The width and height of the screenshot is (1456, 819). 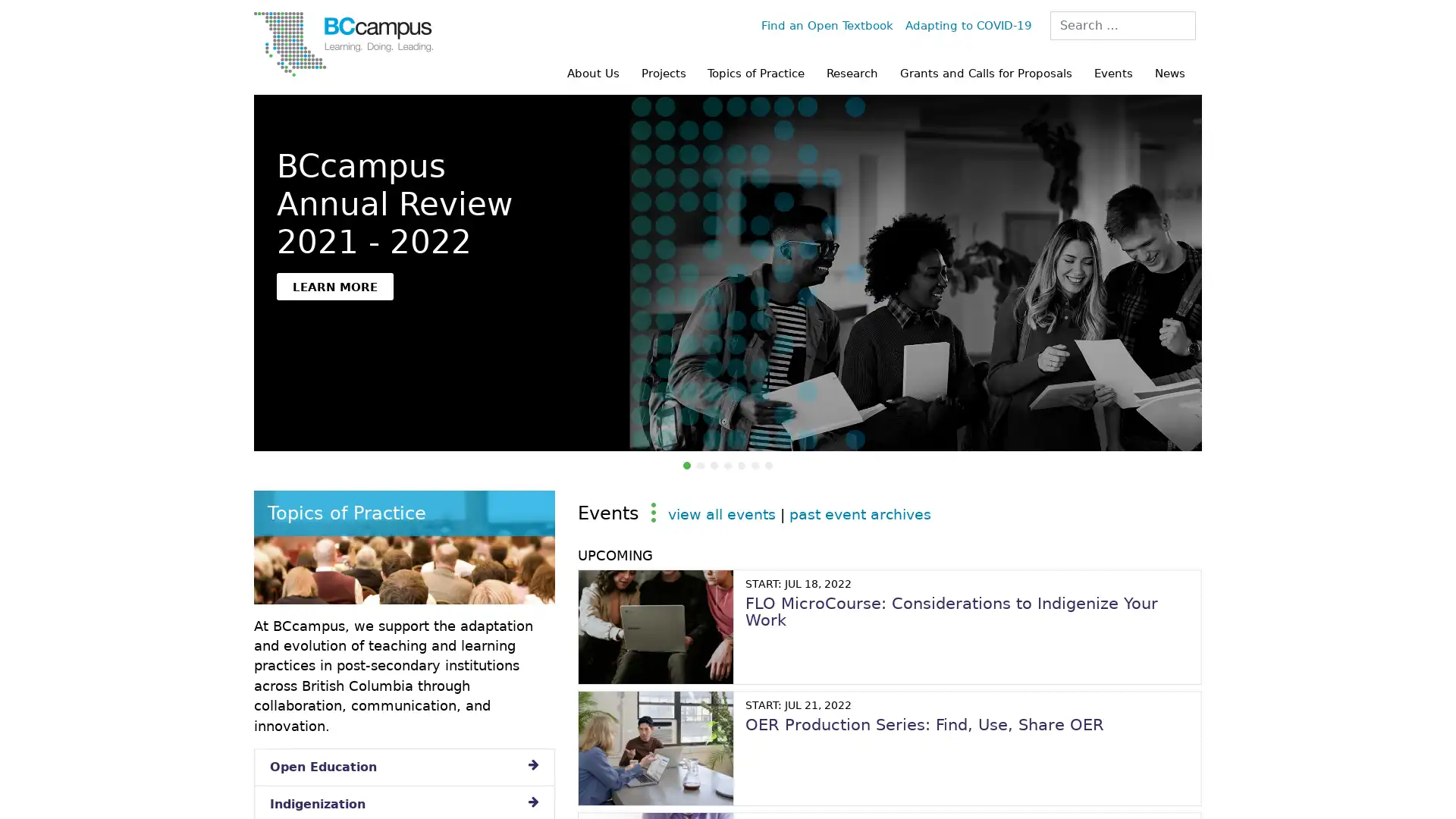 What do you see at coordinates (686, 464) in the screenshot?
I see `BCcampus Annual Review` at bounding box center [686, 464].